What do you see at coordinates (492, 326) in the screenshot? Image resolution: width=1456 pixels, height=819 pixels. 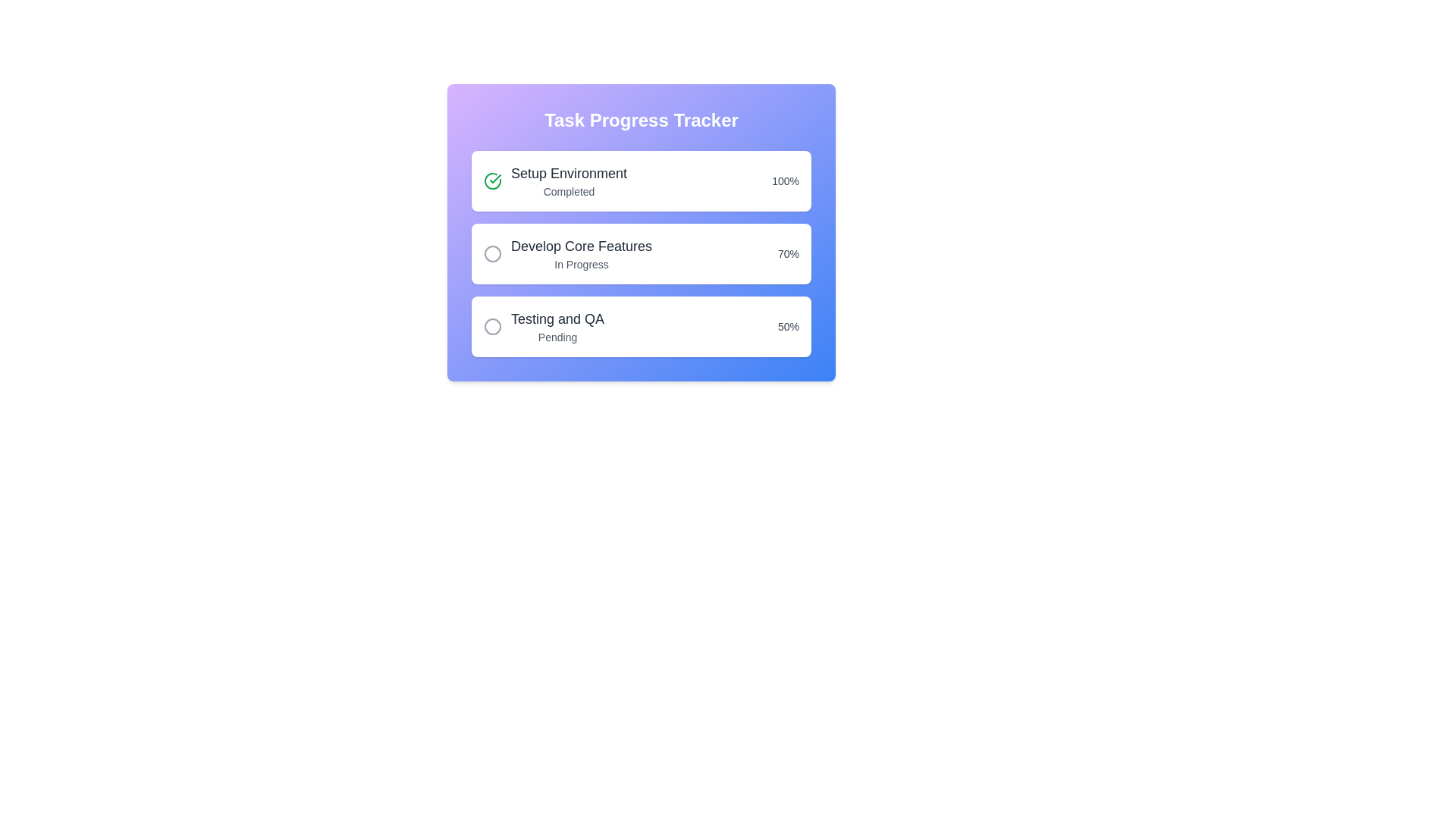 I see `the circular icon with a thin outline representing the 'Testing and QA' section in the progress tracker, which is styled in light gray to indicate a pending state` at bounding box center [492, 326].